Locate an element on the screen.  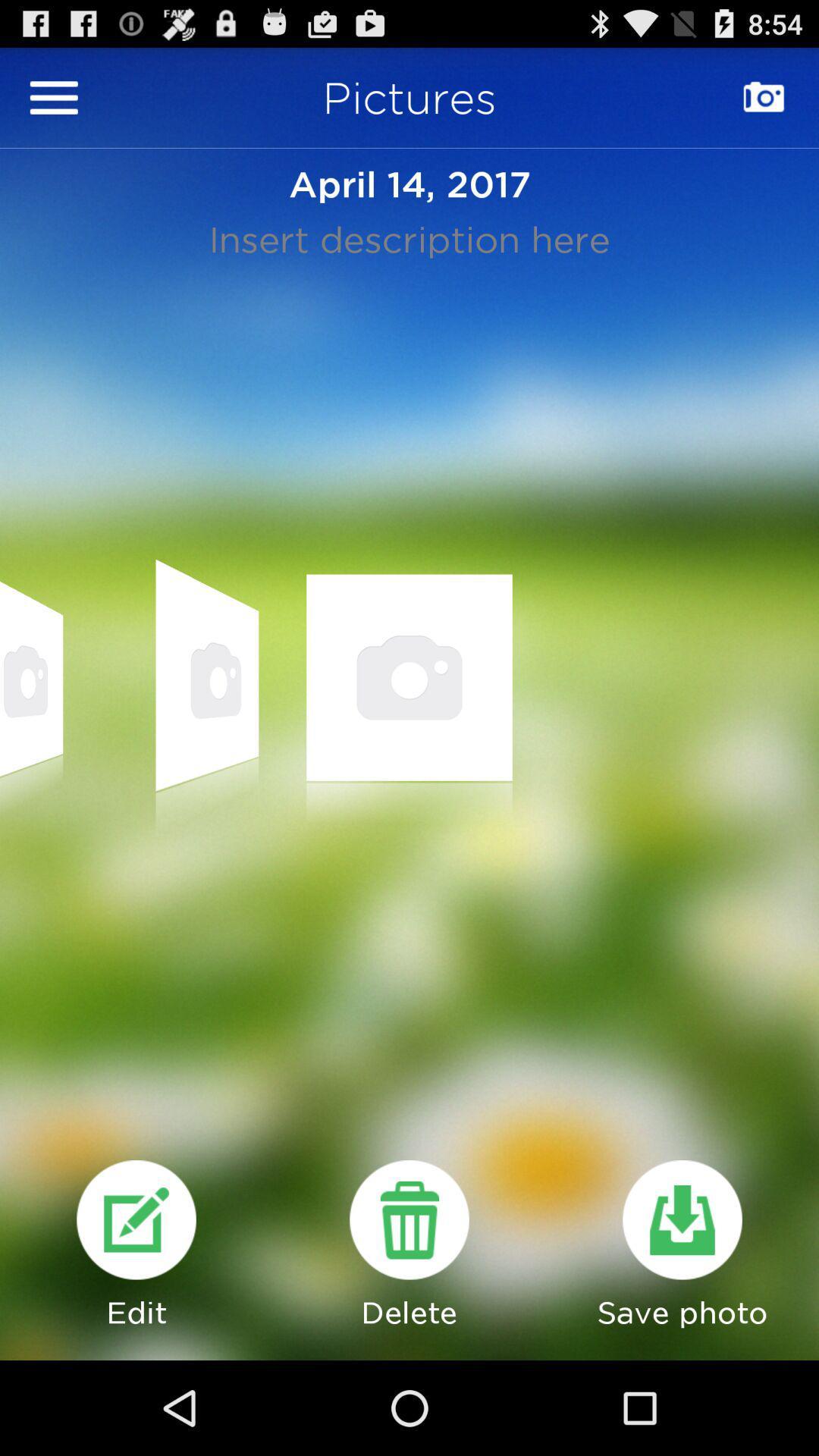
edit is located at coordinates (136, 1219).